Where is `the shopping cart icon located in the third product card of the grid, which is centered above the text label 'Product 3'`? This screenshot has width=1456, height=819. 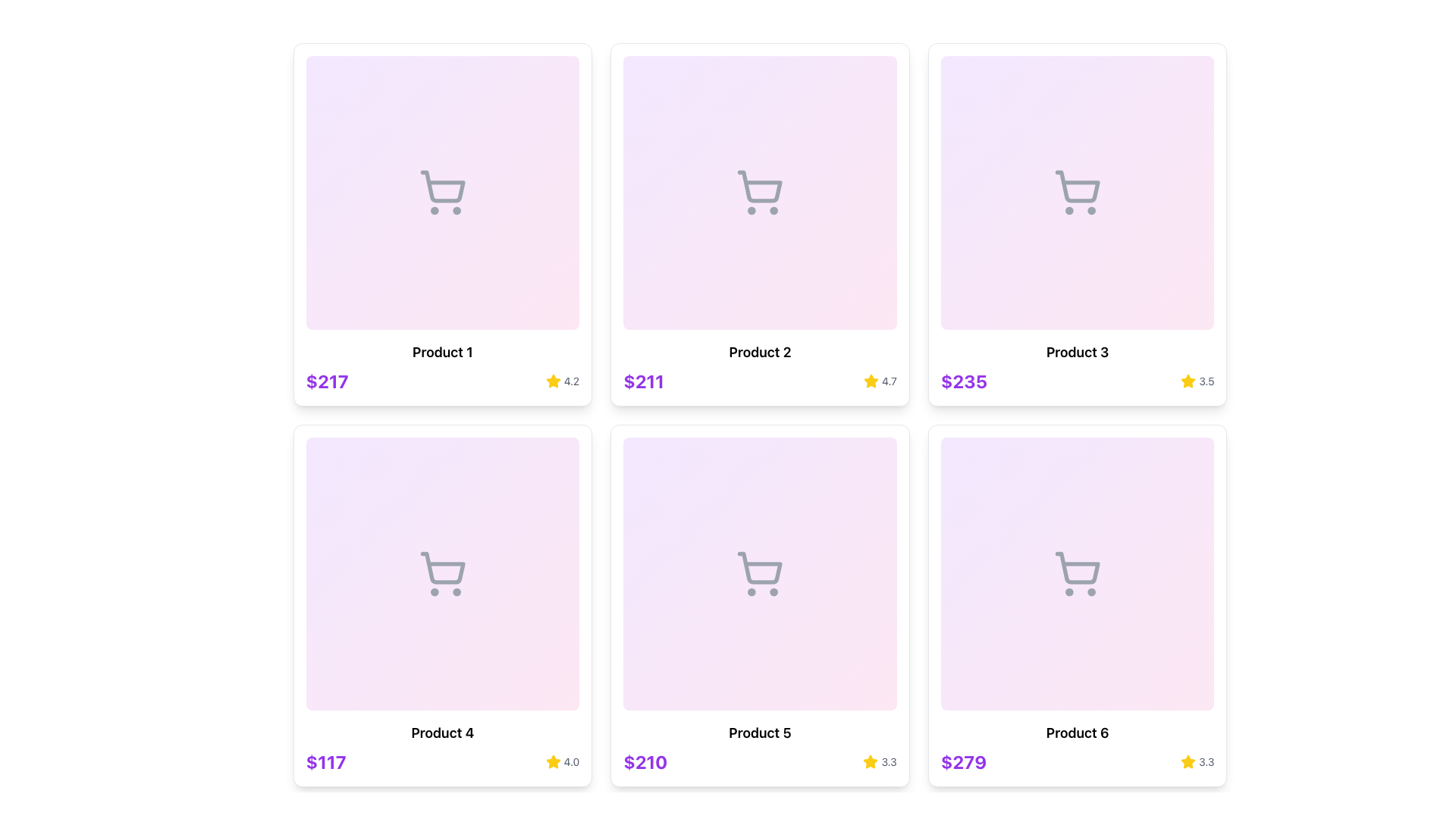
the shopping cart icon located in the third product card of the grid, which is centered above the text label 'Product 3' is located at coordinates (1077, 192).